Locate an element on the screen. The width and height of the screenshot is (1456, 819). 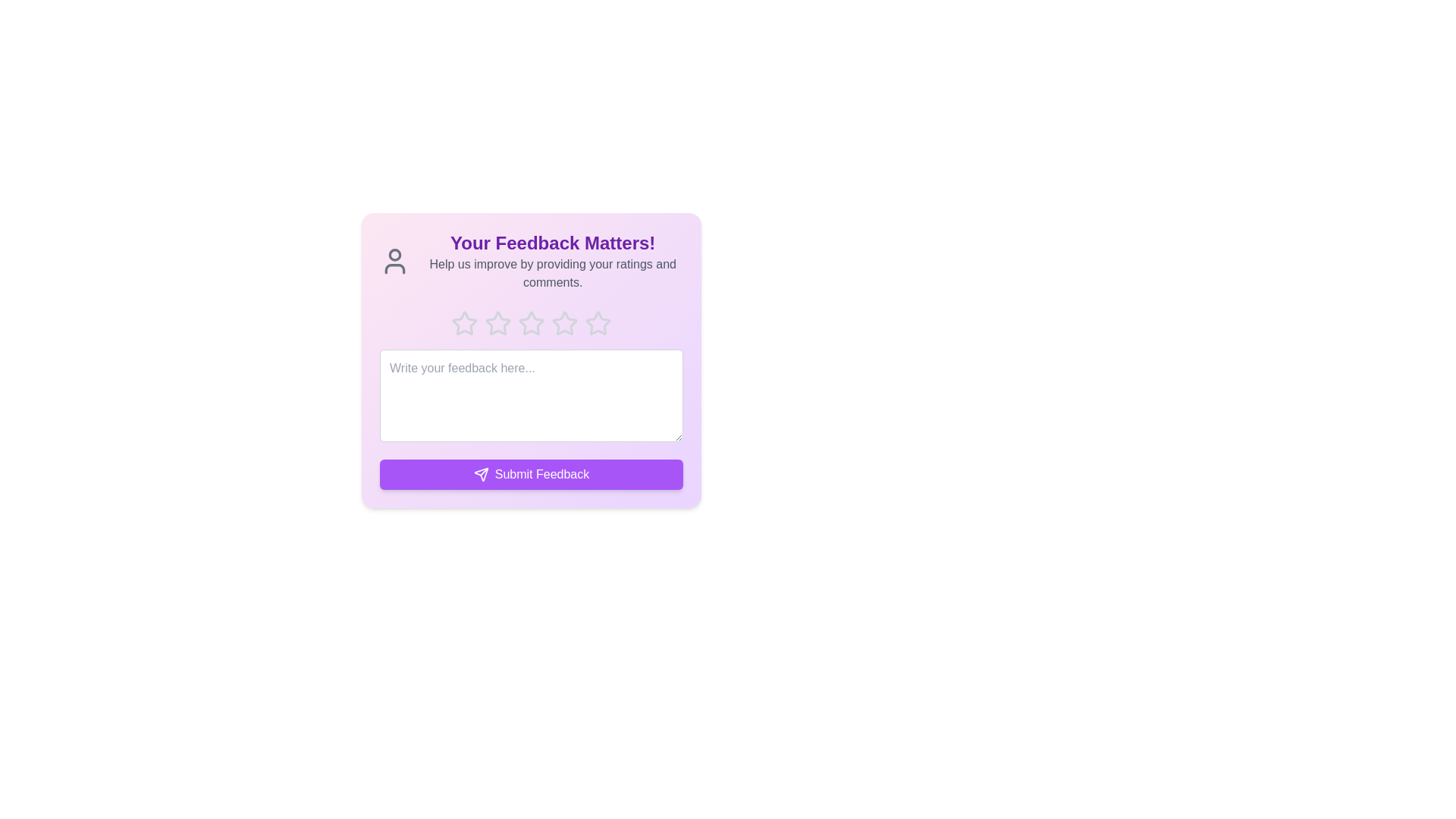
the star corresponding to the desired rating 2 is located at coordinates (498, 323).